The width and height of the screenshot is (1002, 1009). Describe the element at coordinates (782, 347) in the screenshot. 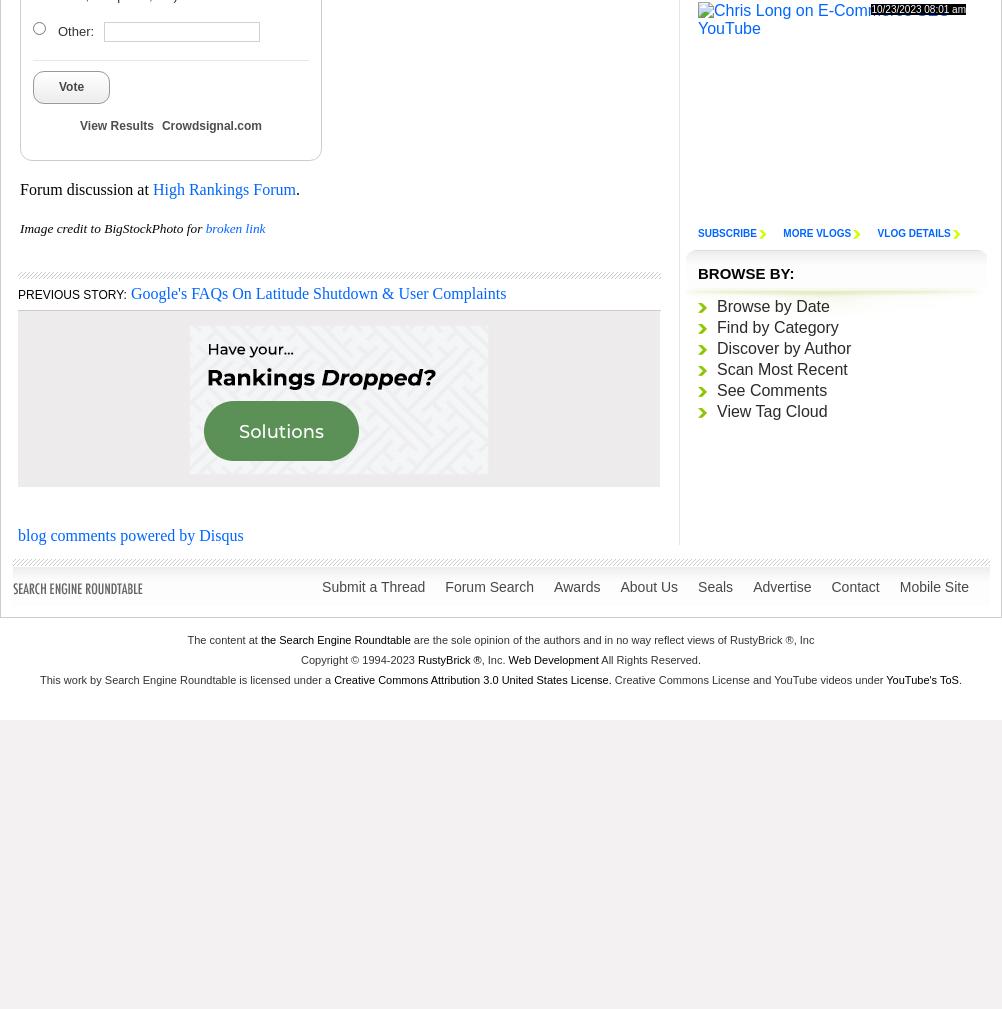

I see `'Discover by Author'` at that location.